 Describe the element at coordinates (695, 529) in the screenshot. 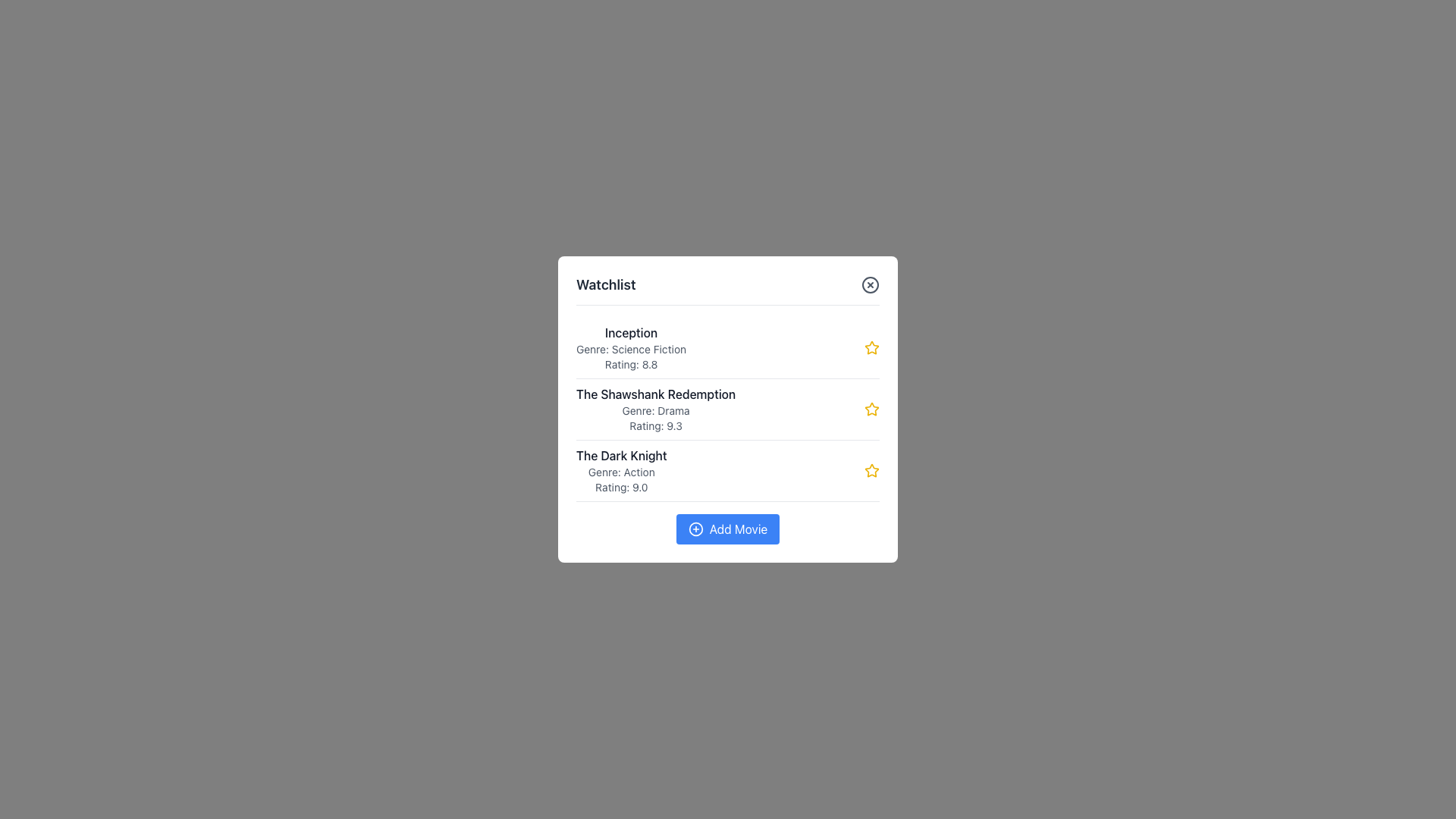

I see `the circular icon with a plus symbol inside, located to the left of the 'Add Movie' text` at that location.